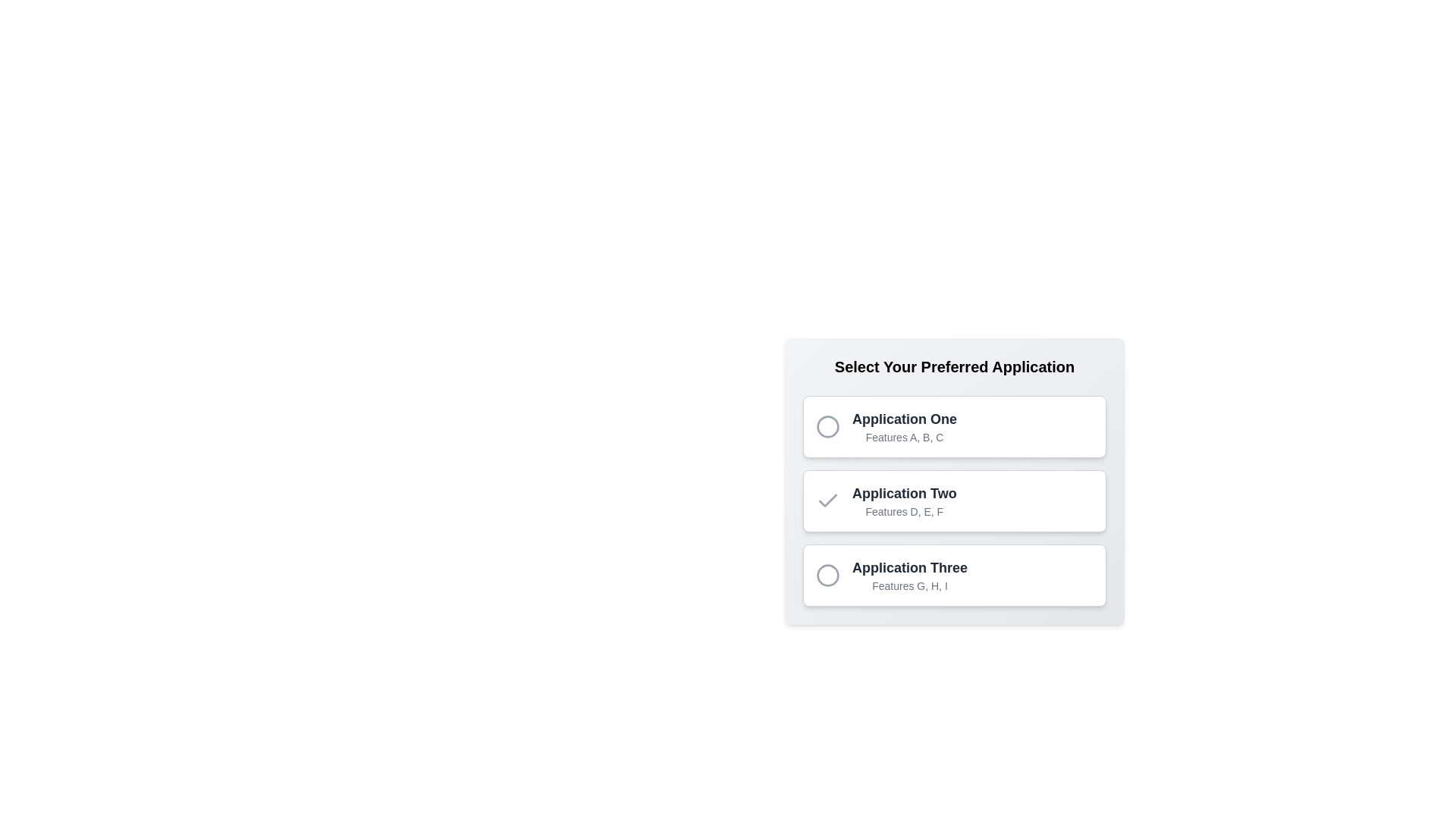 The image size is (1456, 819). I want to click on the circular interactive icon next to the 'Application Three' label, so click(827, 576).